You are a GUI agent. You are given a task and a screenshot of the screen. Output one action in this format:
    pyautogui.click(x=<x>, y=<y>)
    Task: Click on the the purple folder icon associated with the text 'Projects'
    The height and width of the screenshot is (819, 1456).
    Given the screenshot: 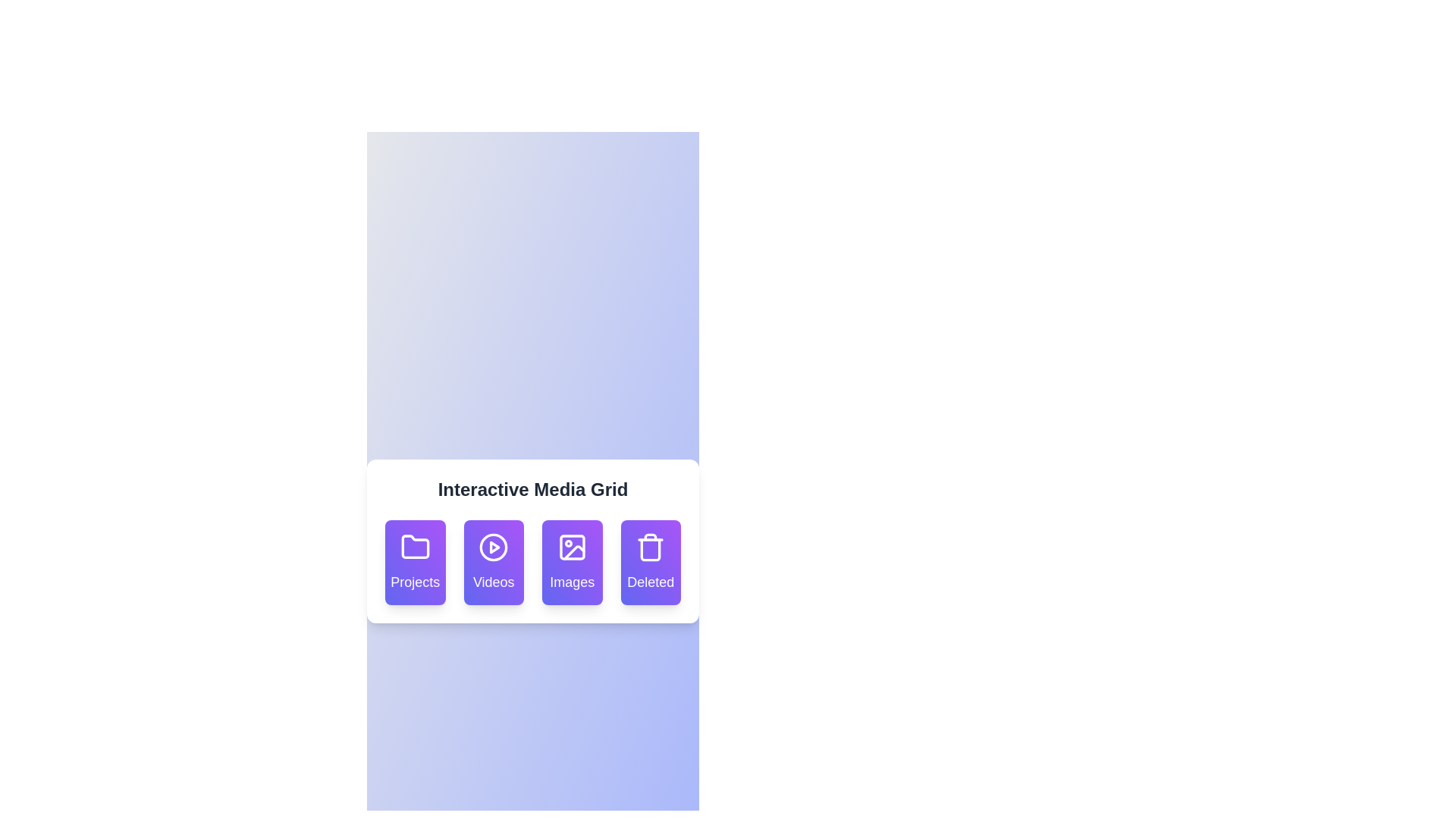 What is the action you would take?
    pyautogui.click(x=415, y=547)
    